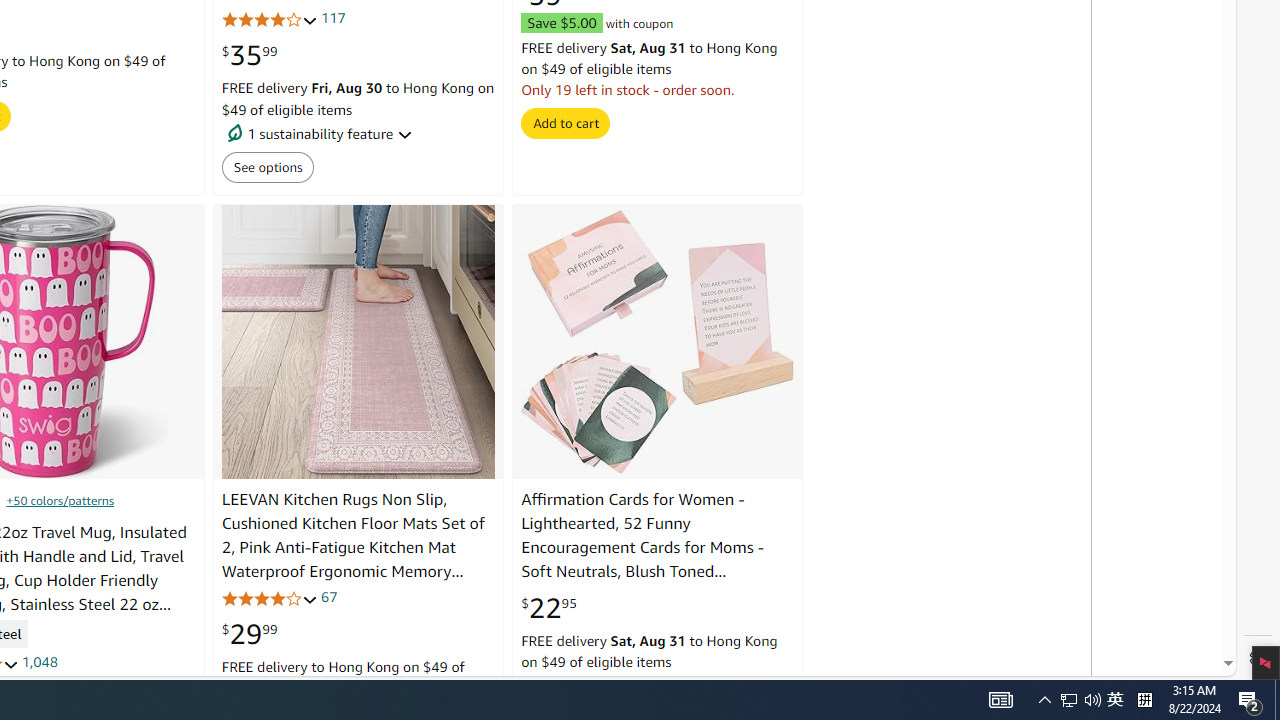 The image size is (1280, 720). I want to click on ' 1 sustainability feature', so click(359, 134).